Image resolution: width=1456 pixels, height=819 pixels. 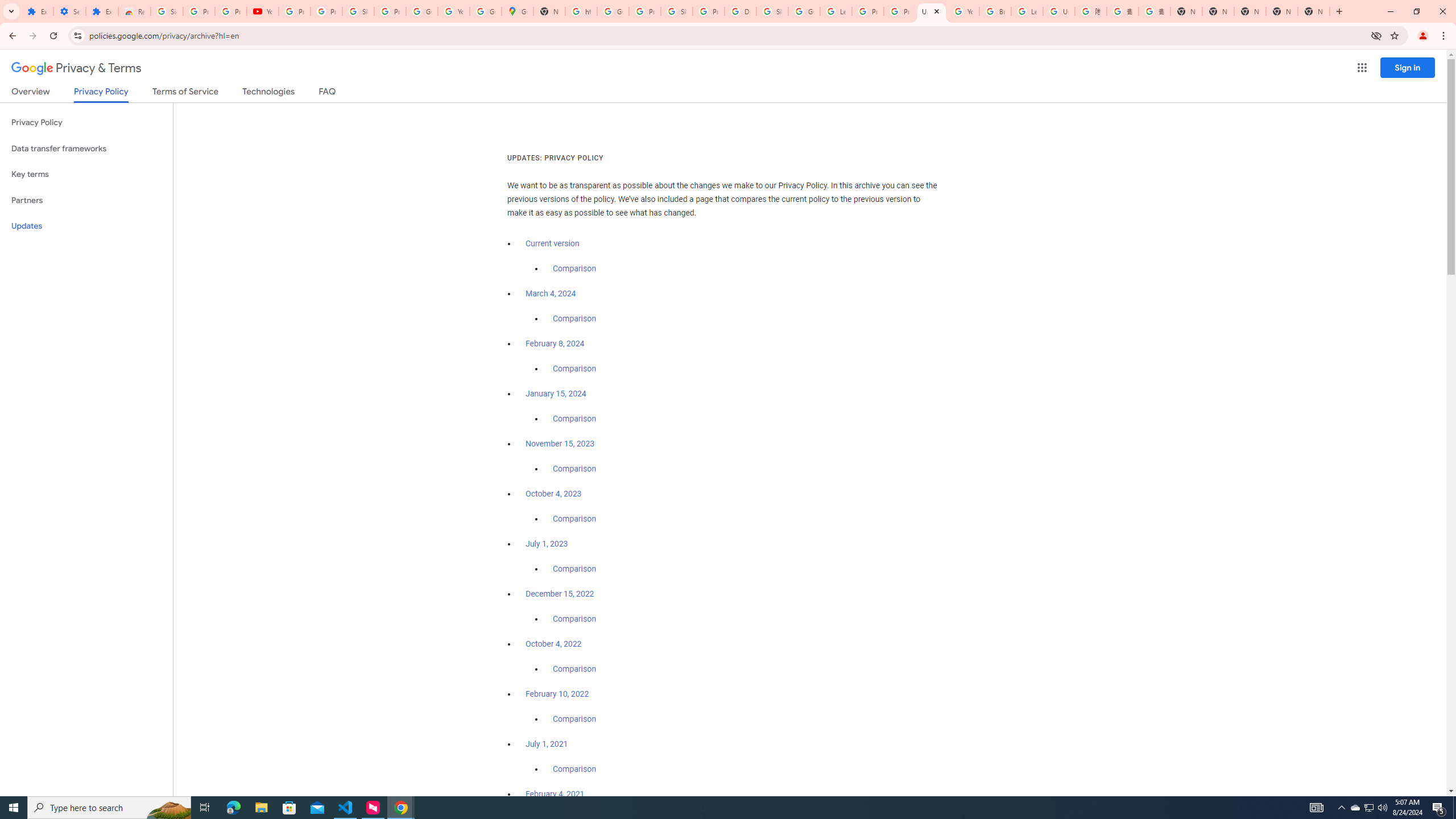 I want to click on 'Privacy Help Center - Policies Help', so click(x=899, y=11).